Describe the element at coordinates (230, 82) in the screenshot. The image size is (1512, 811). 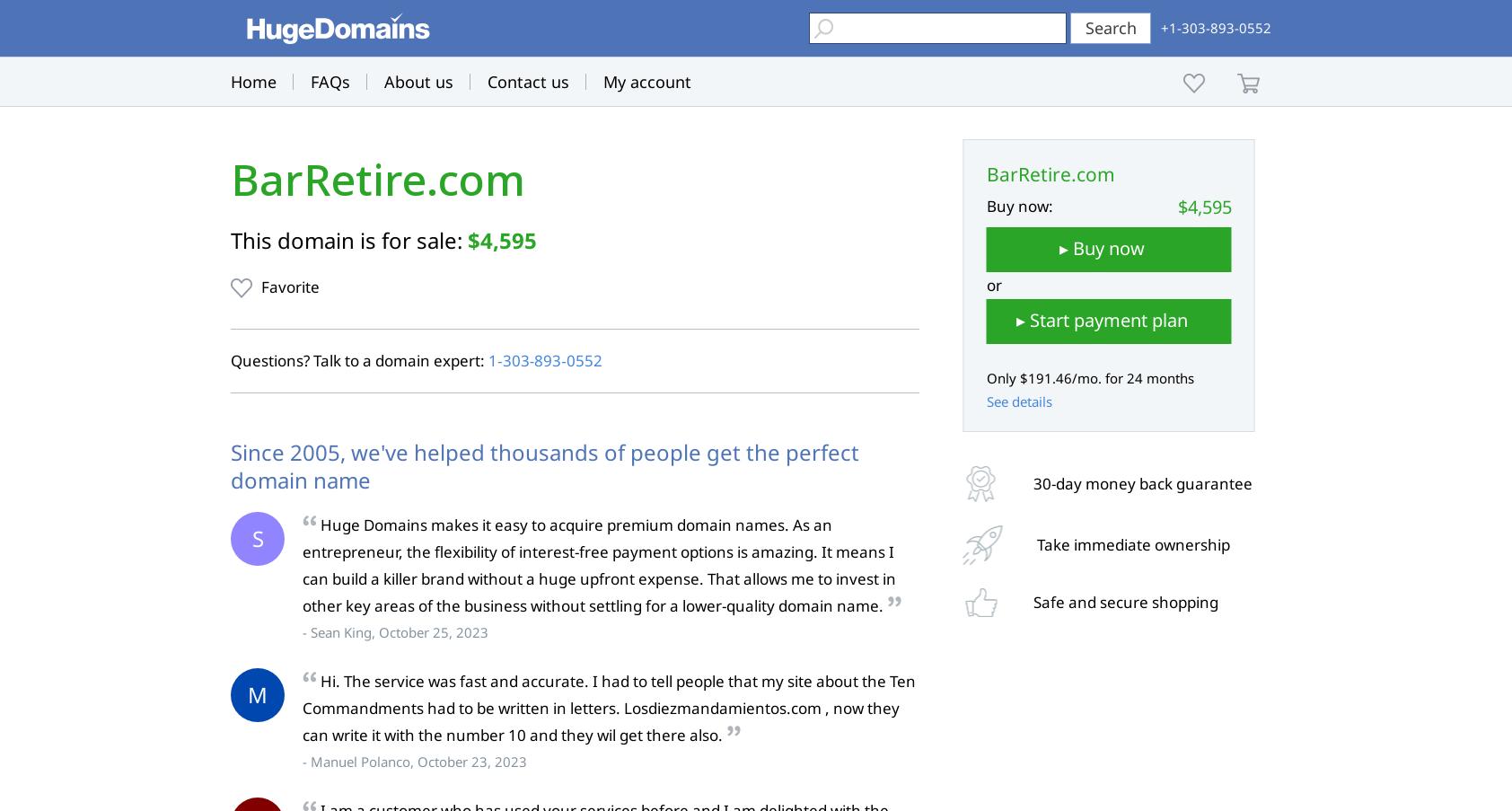
I see `'Home'` at that location.